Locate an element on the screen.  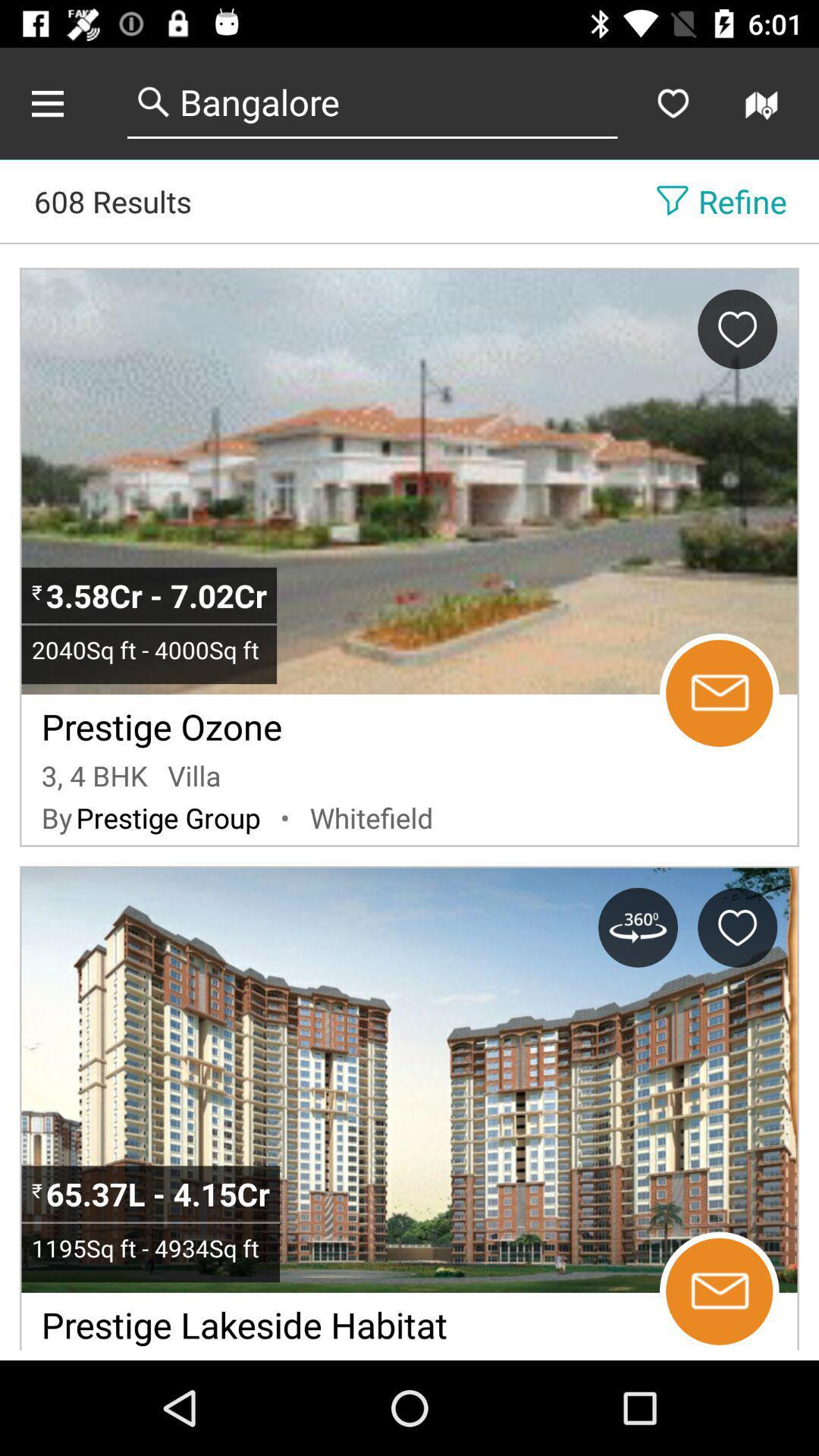
email this is located at coordinates (718, 1291).